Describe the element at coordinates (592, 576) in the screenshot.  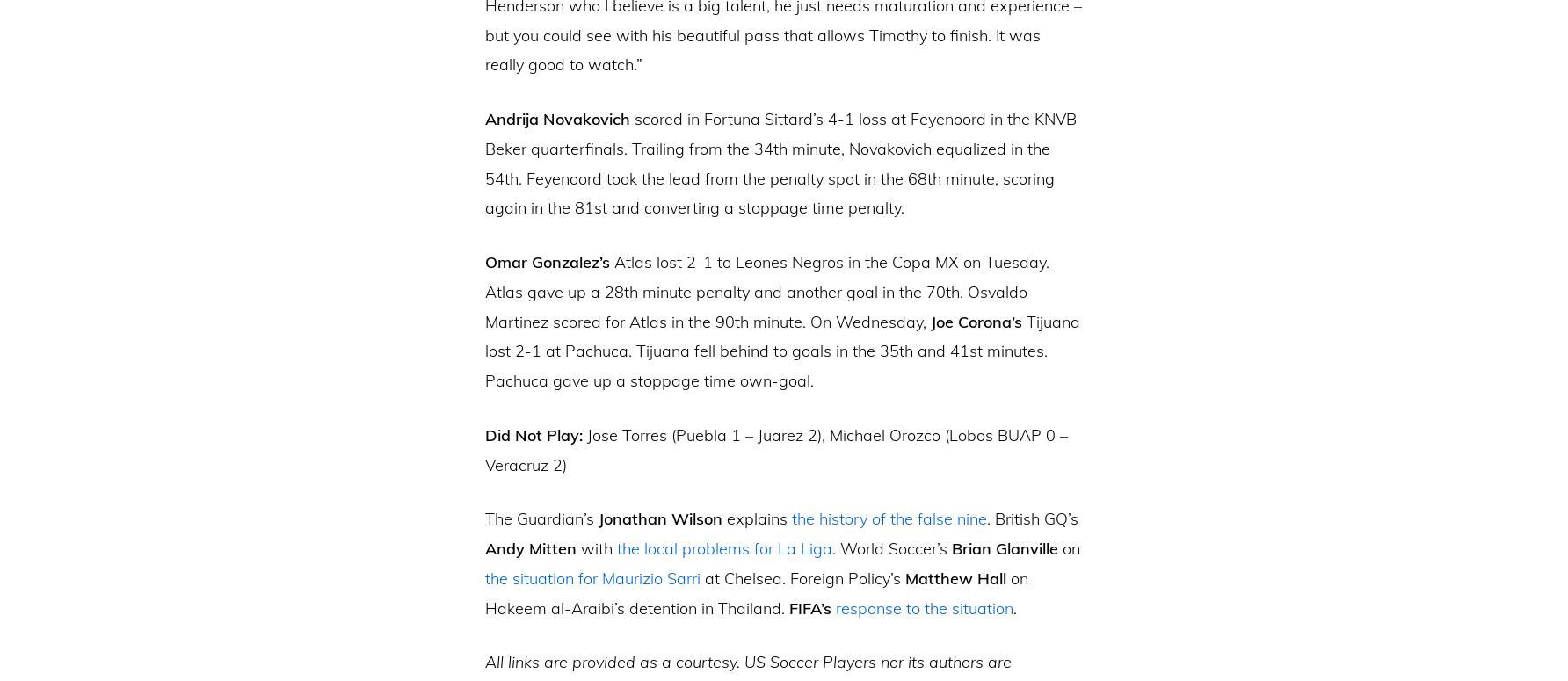
I see `'the situation for Maurizio Sarri'` at that location.